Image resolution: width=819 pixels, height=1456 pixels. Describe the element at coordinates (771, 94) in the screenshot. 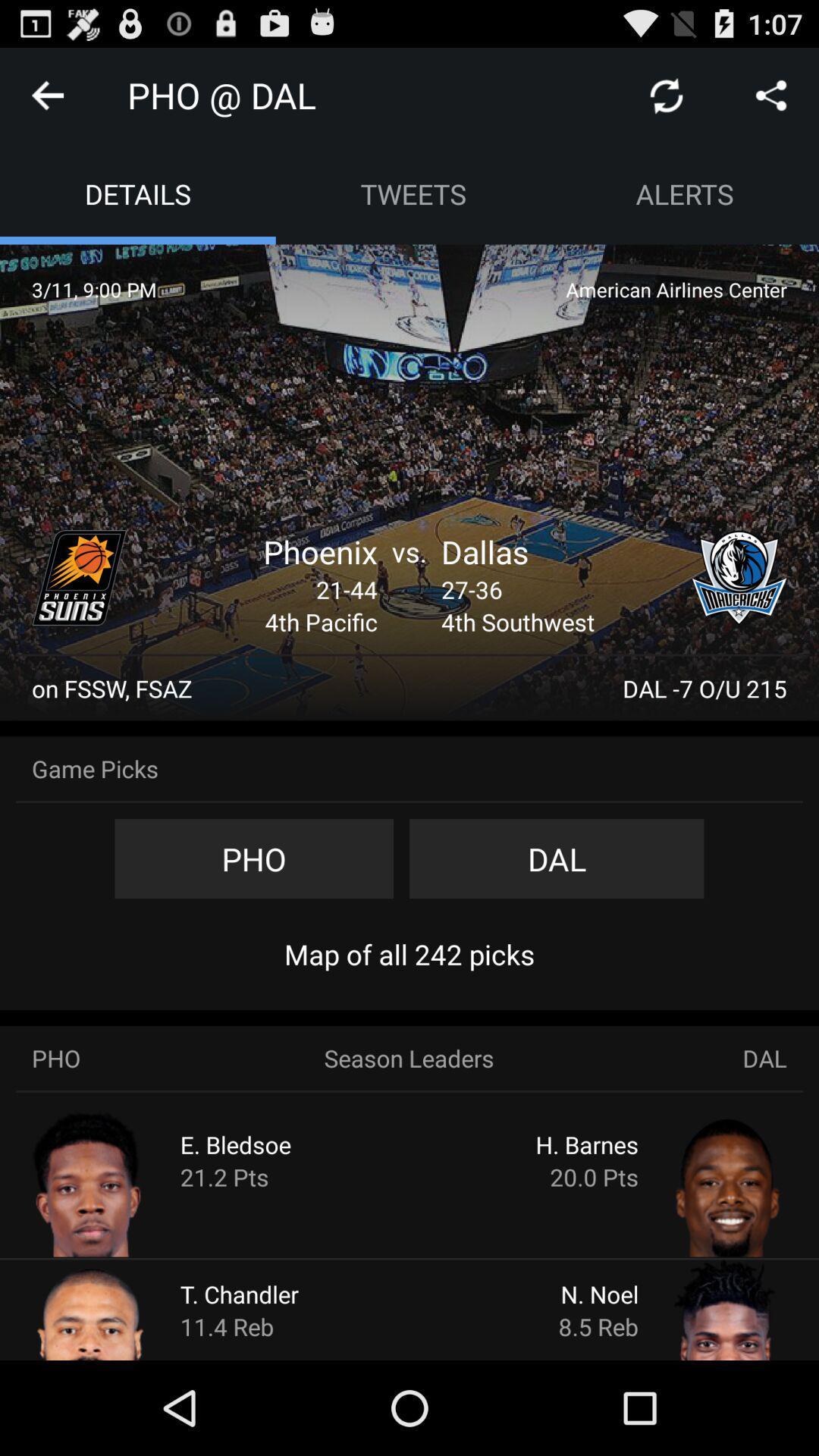

I see `share the article` at that location.